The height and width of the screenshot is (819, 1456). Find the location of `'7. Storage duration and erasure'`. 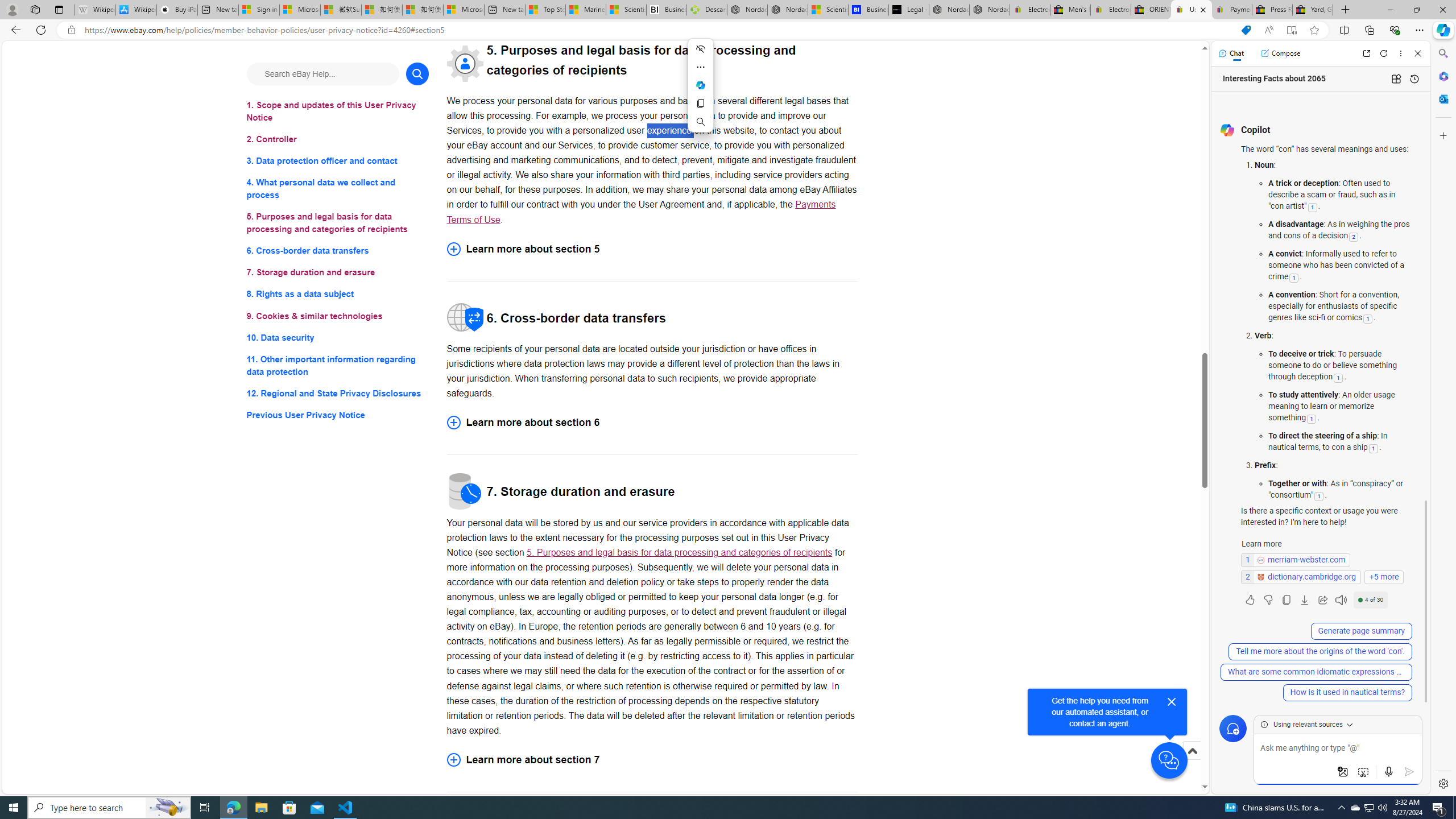

'7. Storage duration and erasure' is located at coordinates (337, 272).